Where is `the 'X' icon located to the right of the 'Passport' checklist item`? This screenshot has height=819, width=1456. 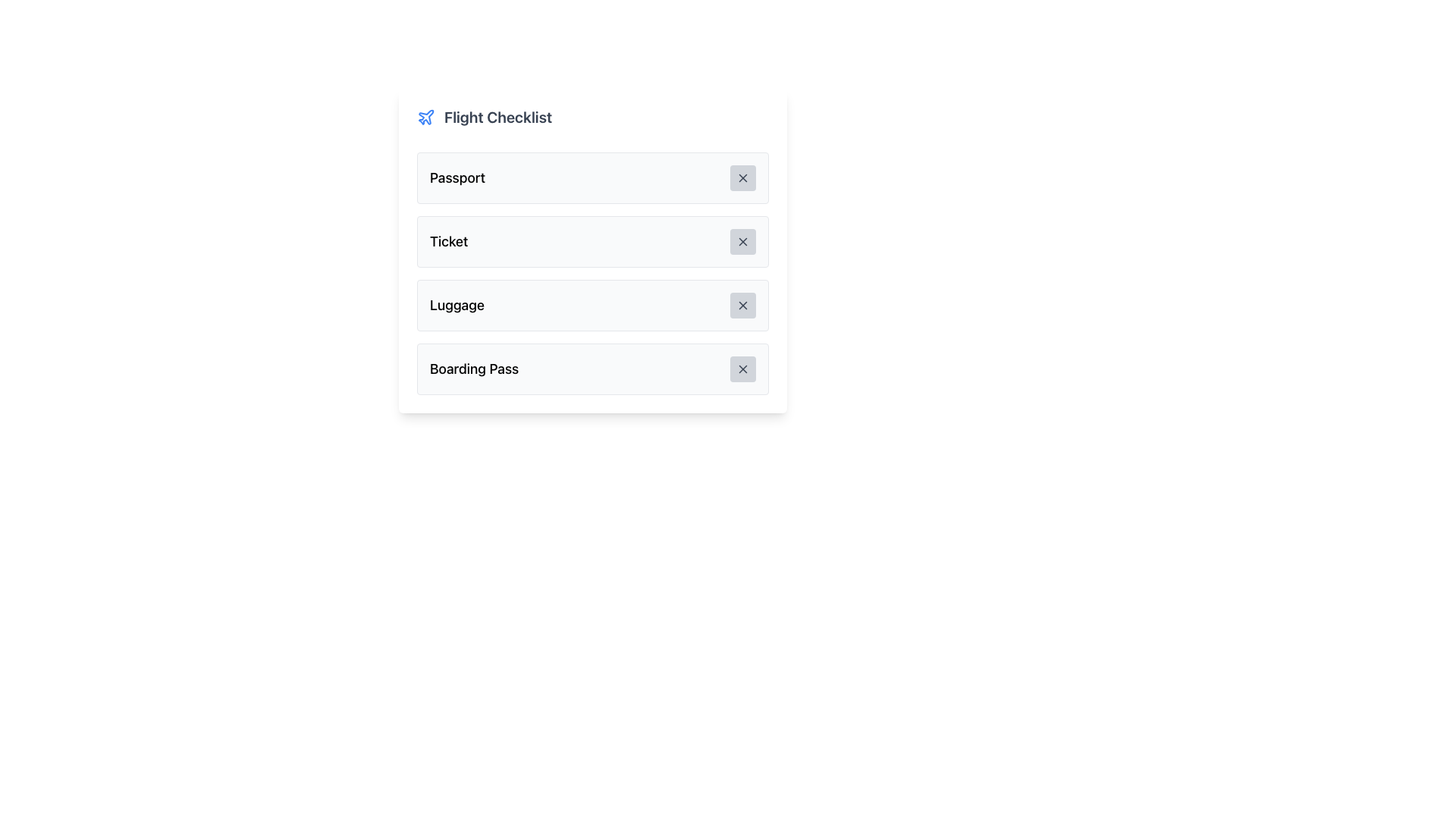 the 'X' icon located to the right of the 'Passport' checklist item is located at coordinates (742, 177).